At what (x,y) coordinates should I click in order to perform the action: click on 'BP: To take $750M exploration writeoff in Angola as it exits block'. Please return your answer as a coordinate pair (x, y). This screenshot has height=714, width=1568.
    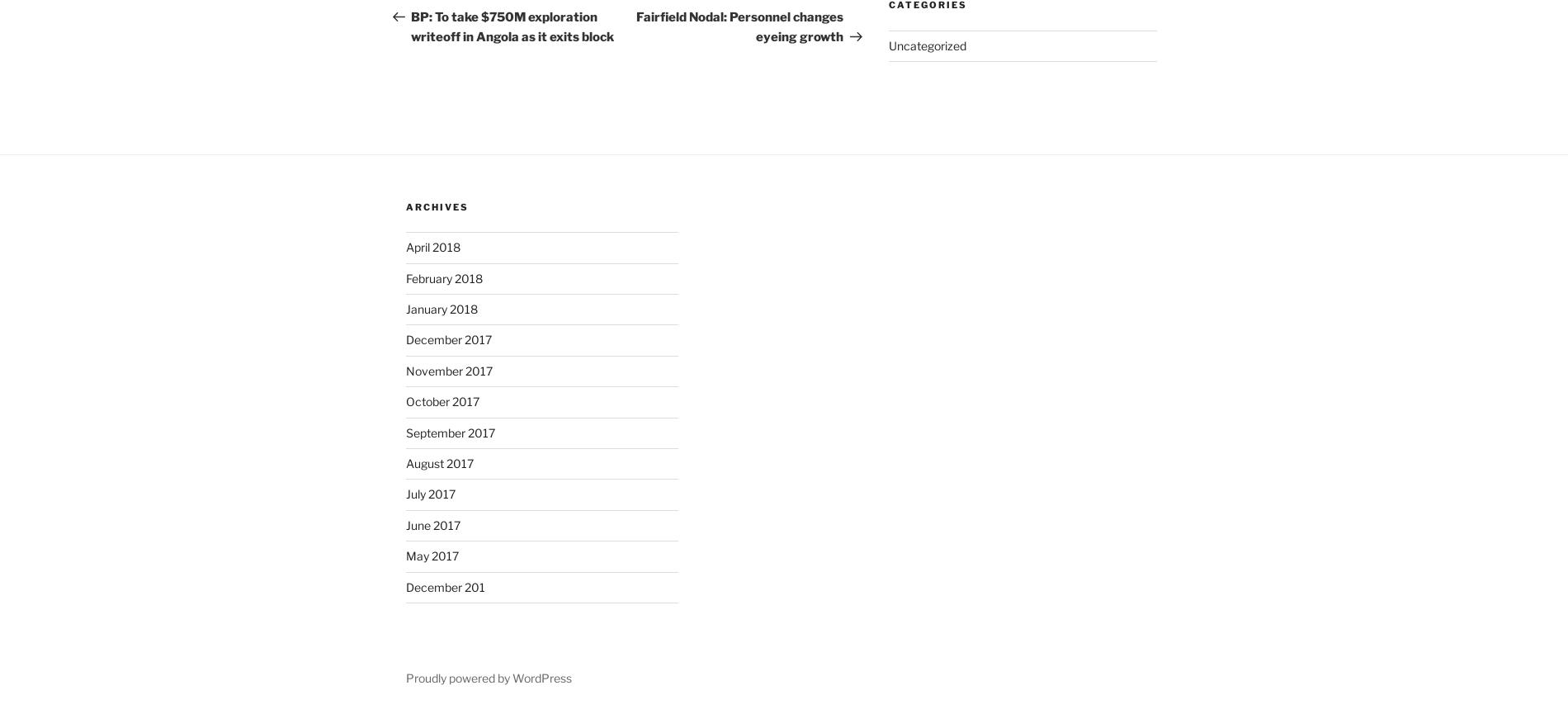
    Looking at the image, I should click on (512, 27).